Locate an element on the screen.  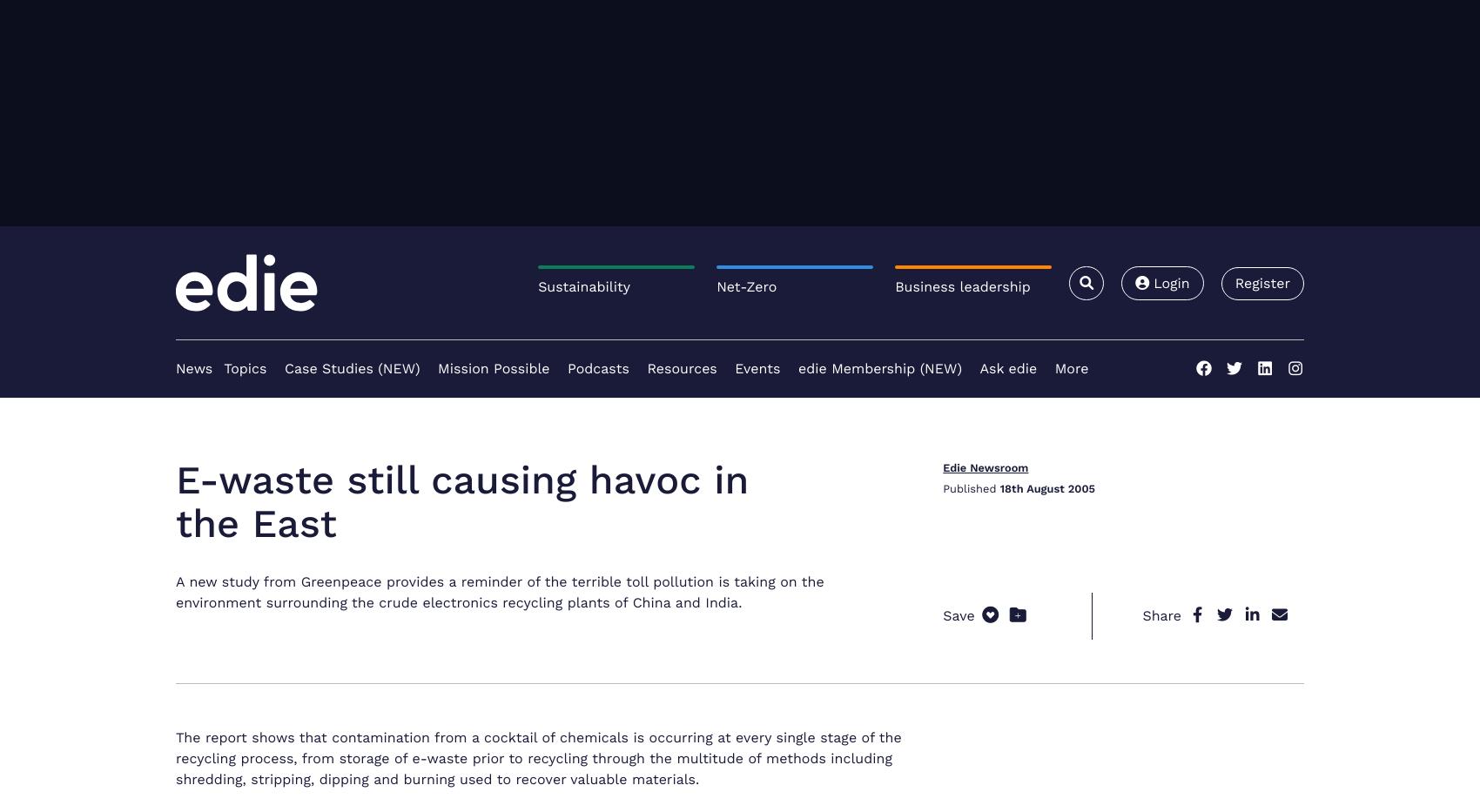
'Webinar:  Three good reasons to align your net zero property ambition with NABERS UK Ratings' is located at coordinates (1120, 661).